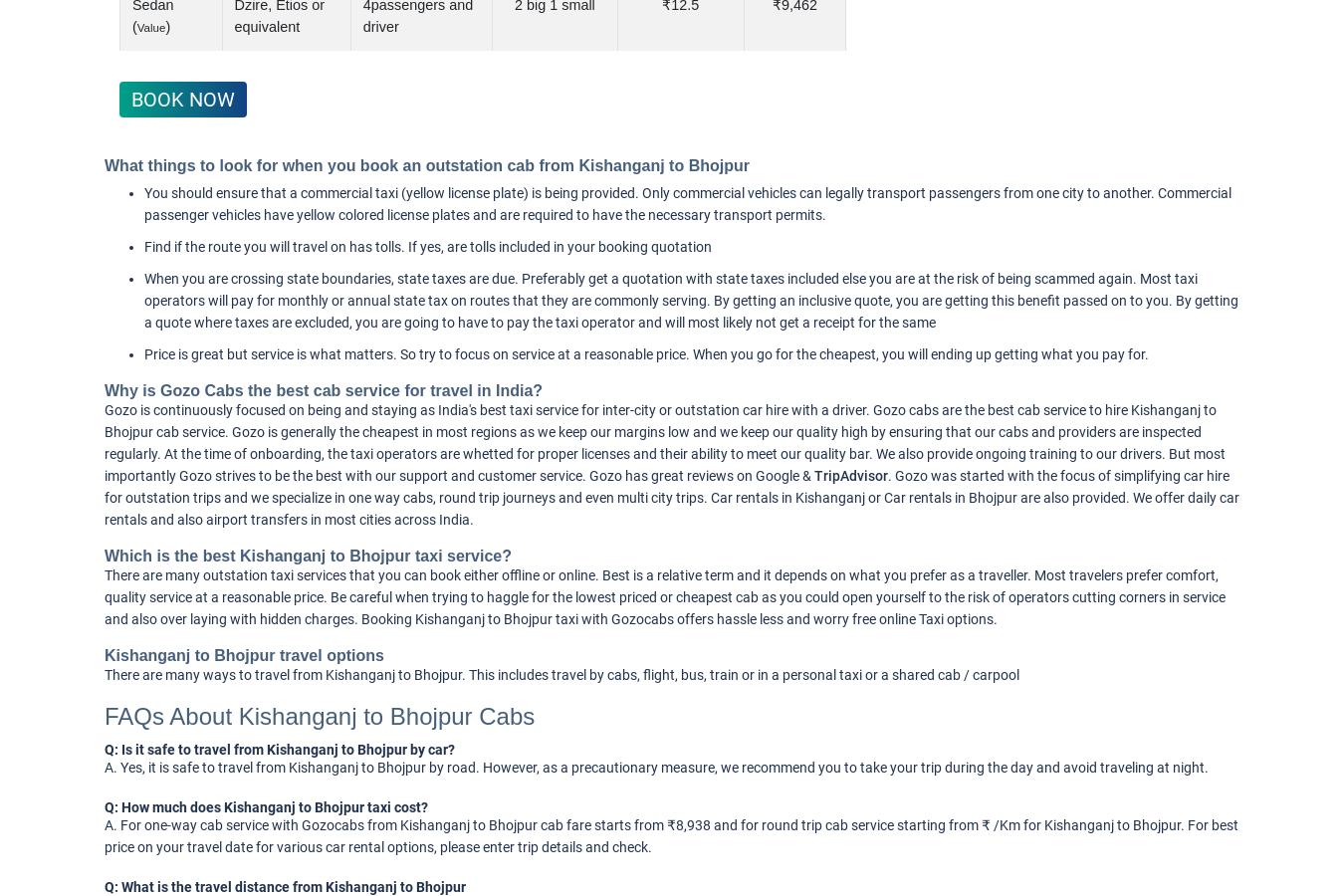  Describe the element at coordinates (672, 497) in the screenshot. I see `'. Gozo was started with the focus of simplifying car hire for outstation trips and we specialize in one way cabs, round trip journeys and even multi city trips. Car rentals in Kishanganj or Car rentals in Bhojpur are also provided. We offer daily car rentals and also airport transfers in most cities across India.'` at that location.